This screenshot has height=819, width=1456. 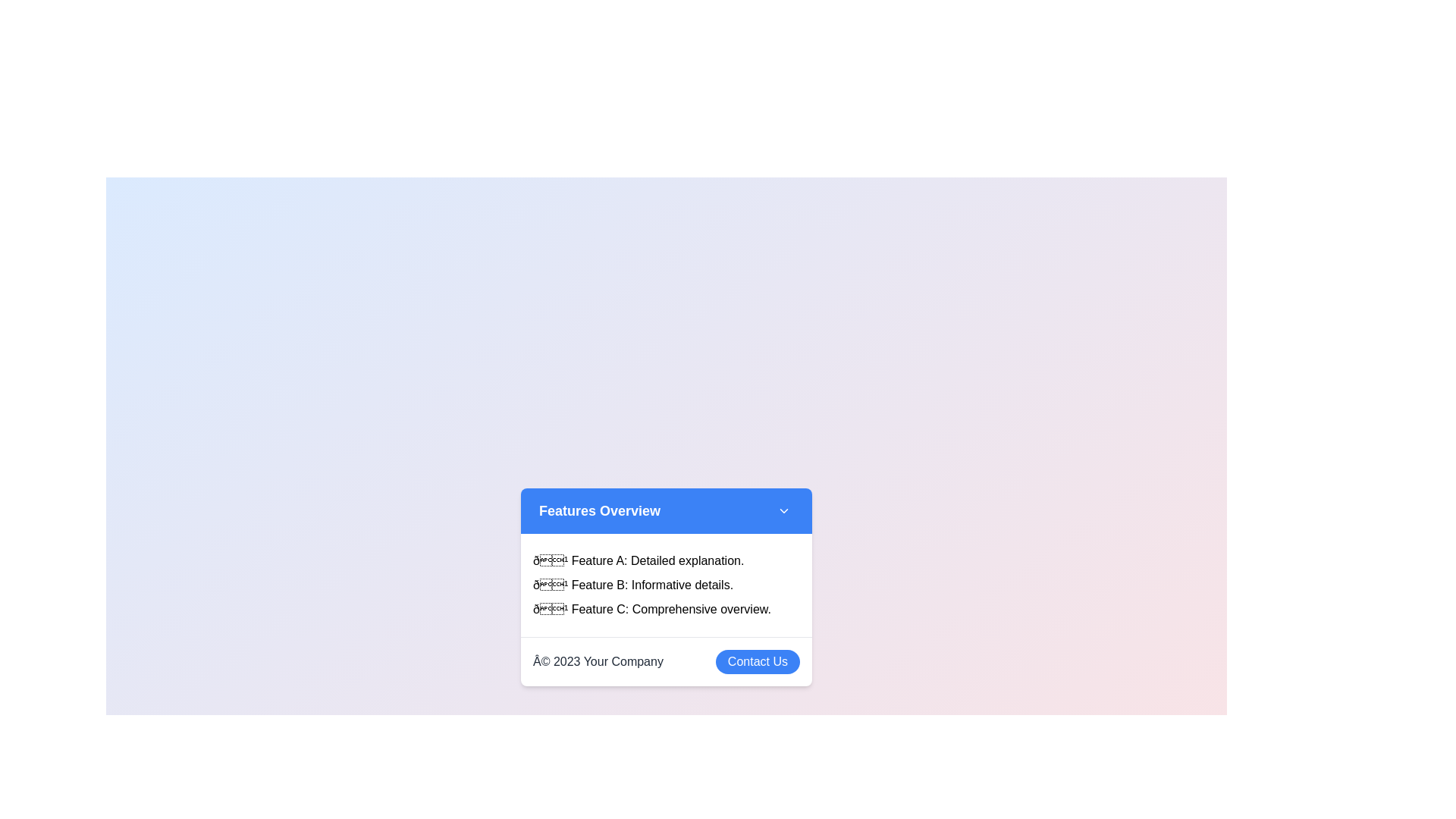 I want to click on a component line from the Text list located within the 'Features Overview' dropdown in the pop-up section, so click(x=666, y=584).